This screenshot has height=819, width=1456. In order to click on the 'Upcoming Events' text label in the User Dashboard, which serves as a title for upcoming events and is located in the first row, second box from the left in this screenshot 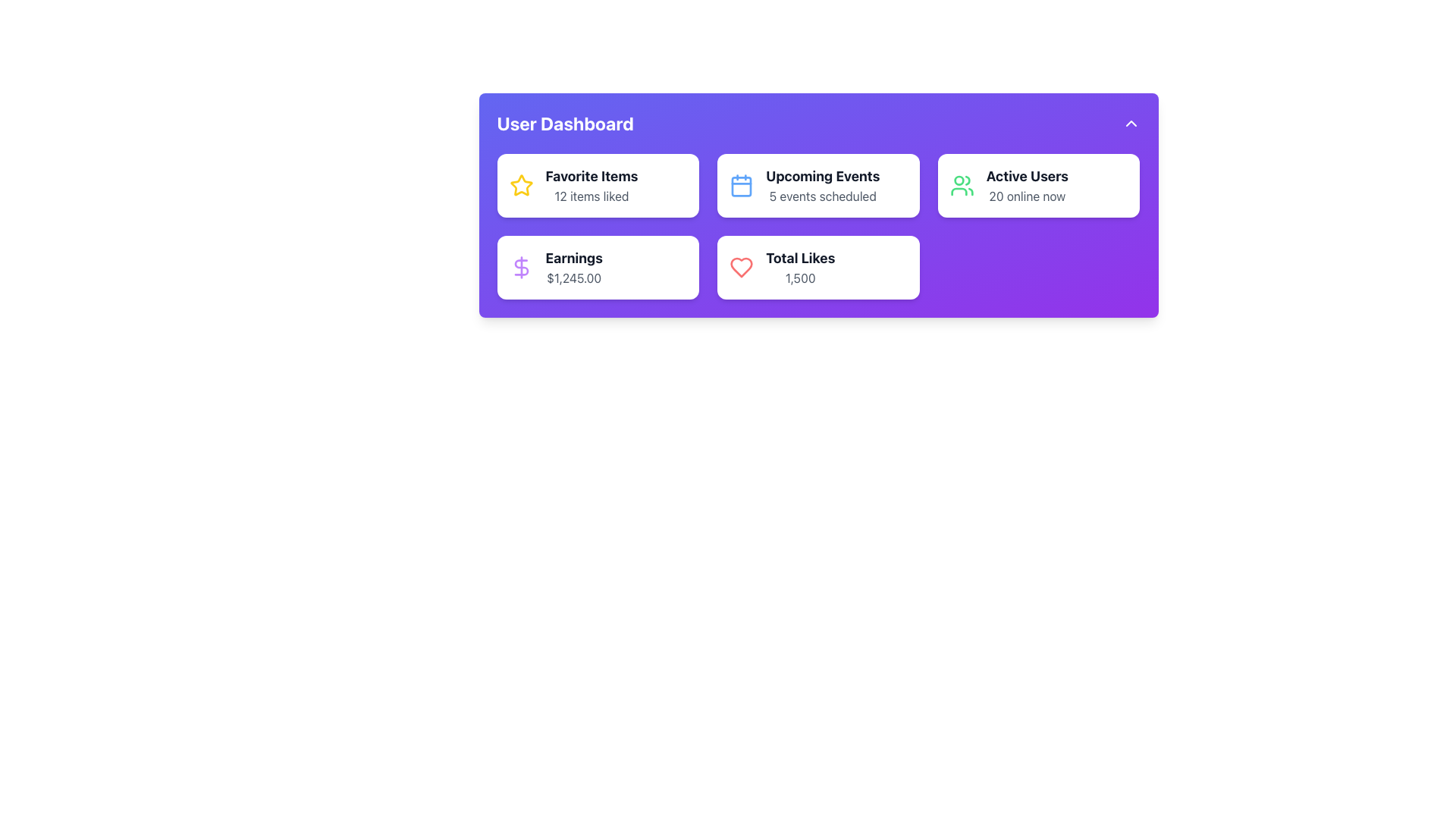, I will do `click(822, 175)`.